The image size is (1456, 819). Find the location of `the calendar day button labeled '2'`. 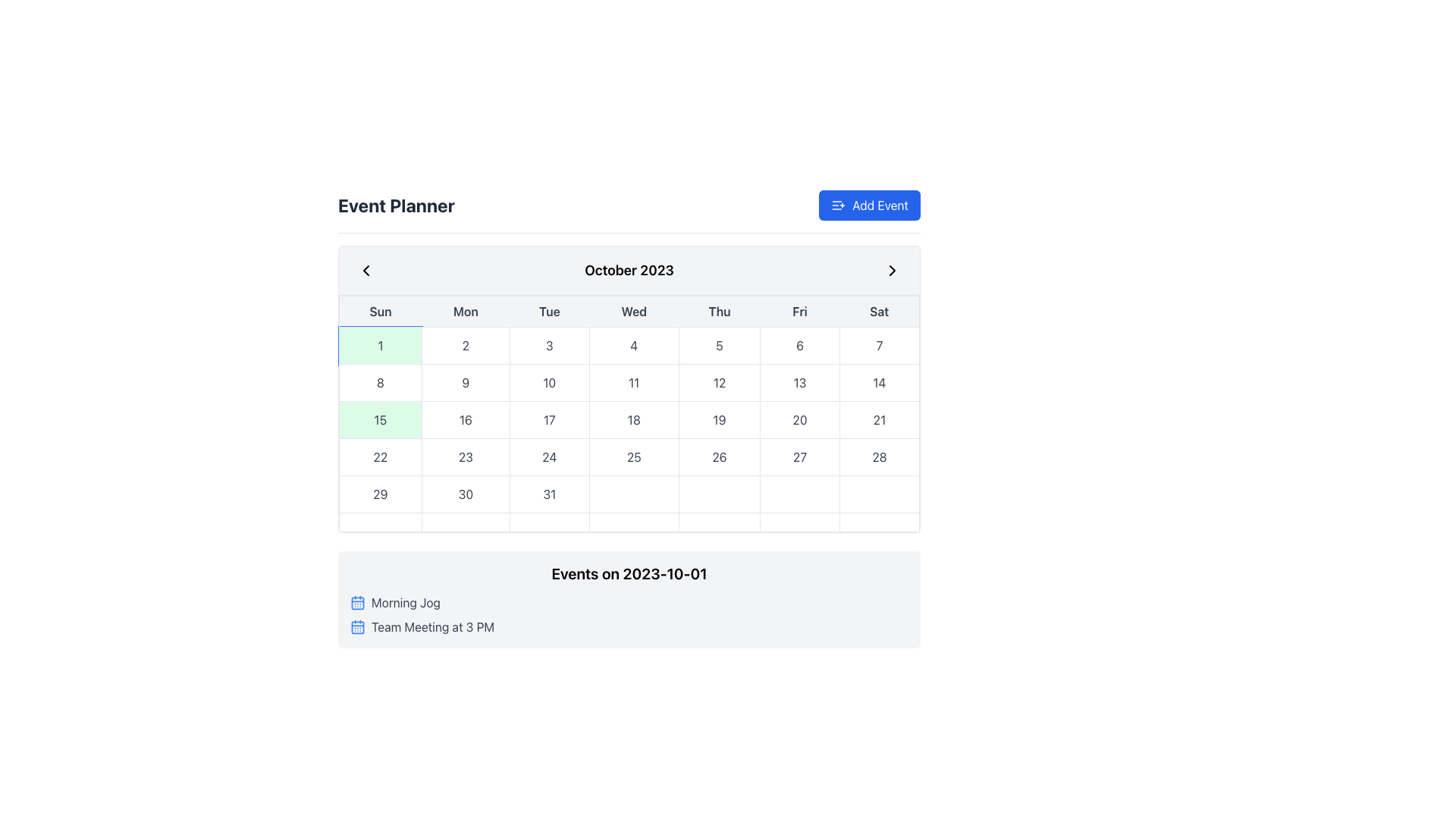

the calendar day button labeled '2' is located at coordinates (465, 345).